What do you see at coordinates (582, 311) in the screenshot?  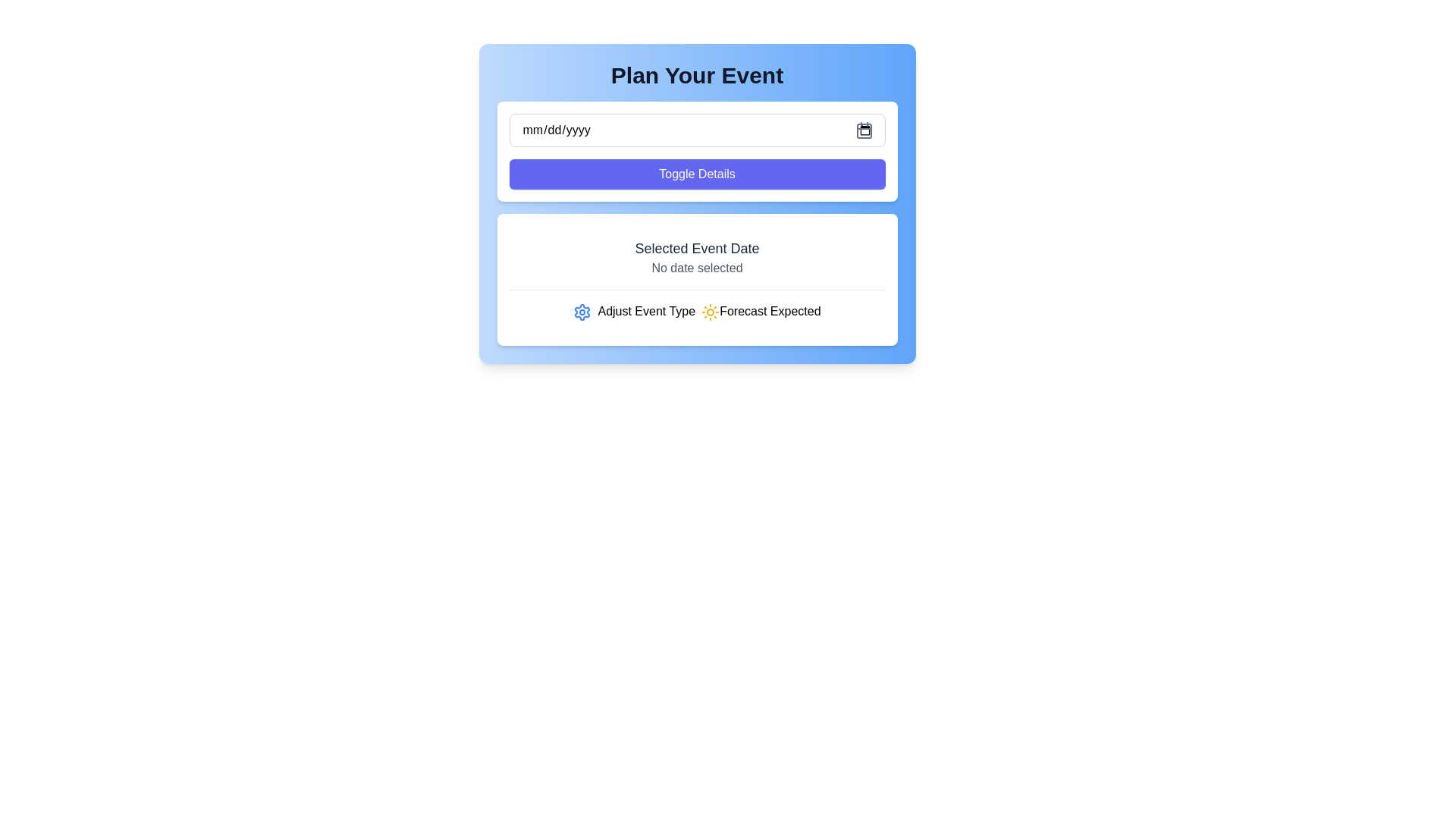 I see `the blue gear-shaped icon used for adjusting settings or configurations for accessibility navigation` at bounding box center [582, 311].